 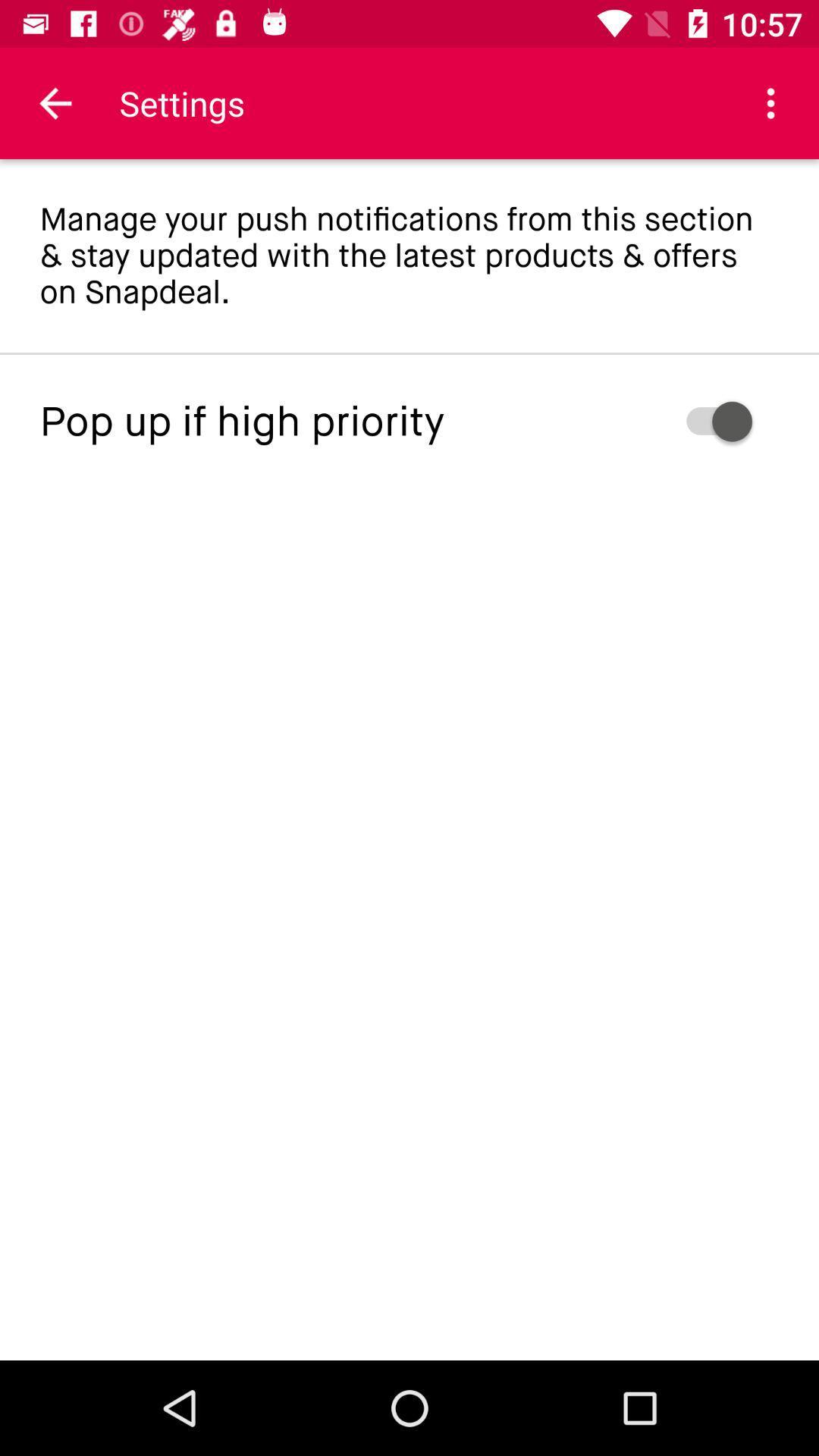 I want to click on previous page, so click(x=55, y=102).